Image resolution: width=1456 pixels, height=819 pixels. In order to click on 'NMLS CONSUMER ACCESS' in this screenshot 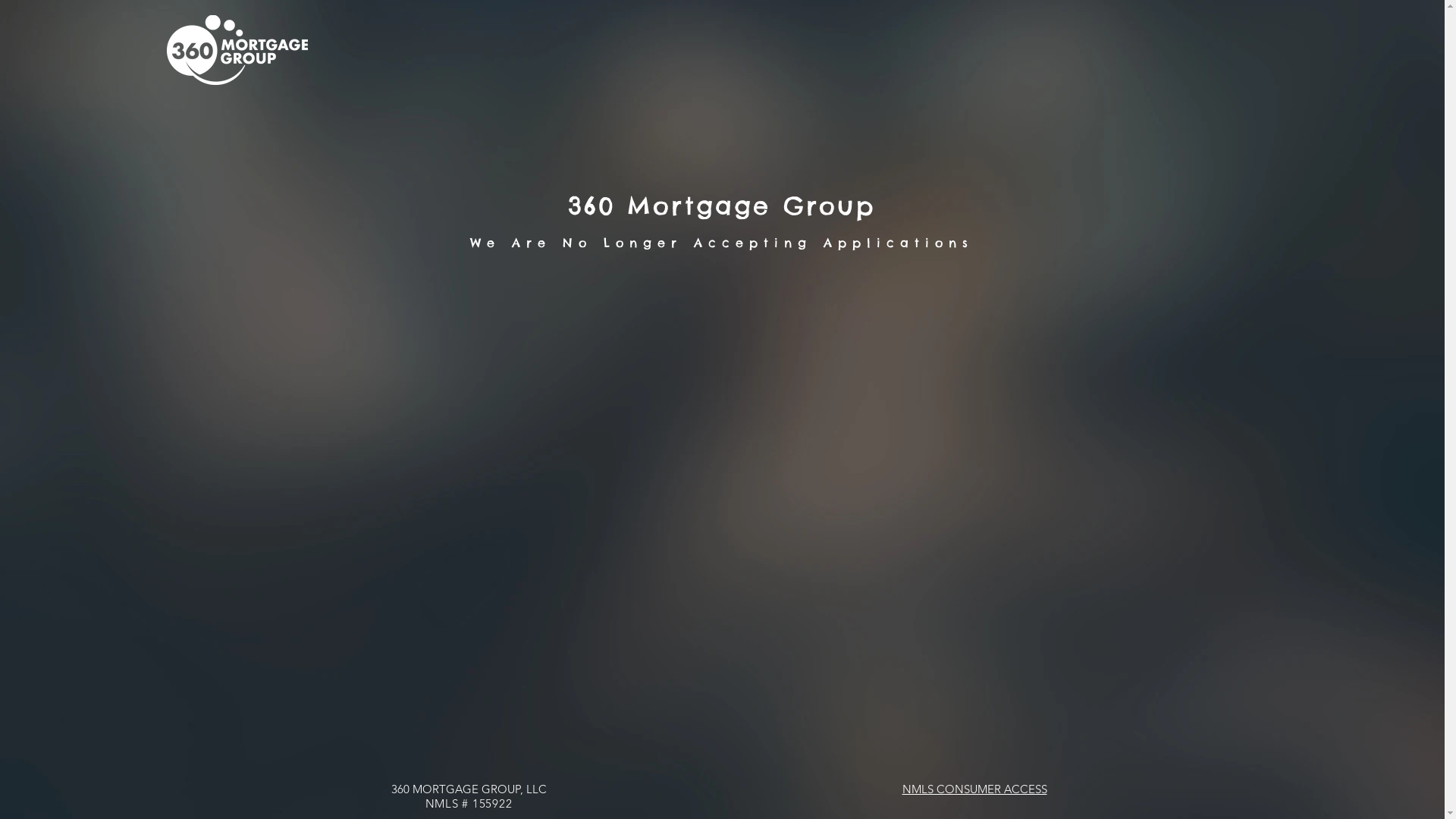, I will do `click(974, 788)`.